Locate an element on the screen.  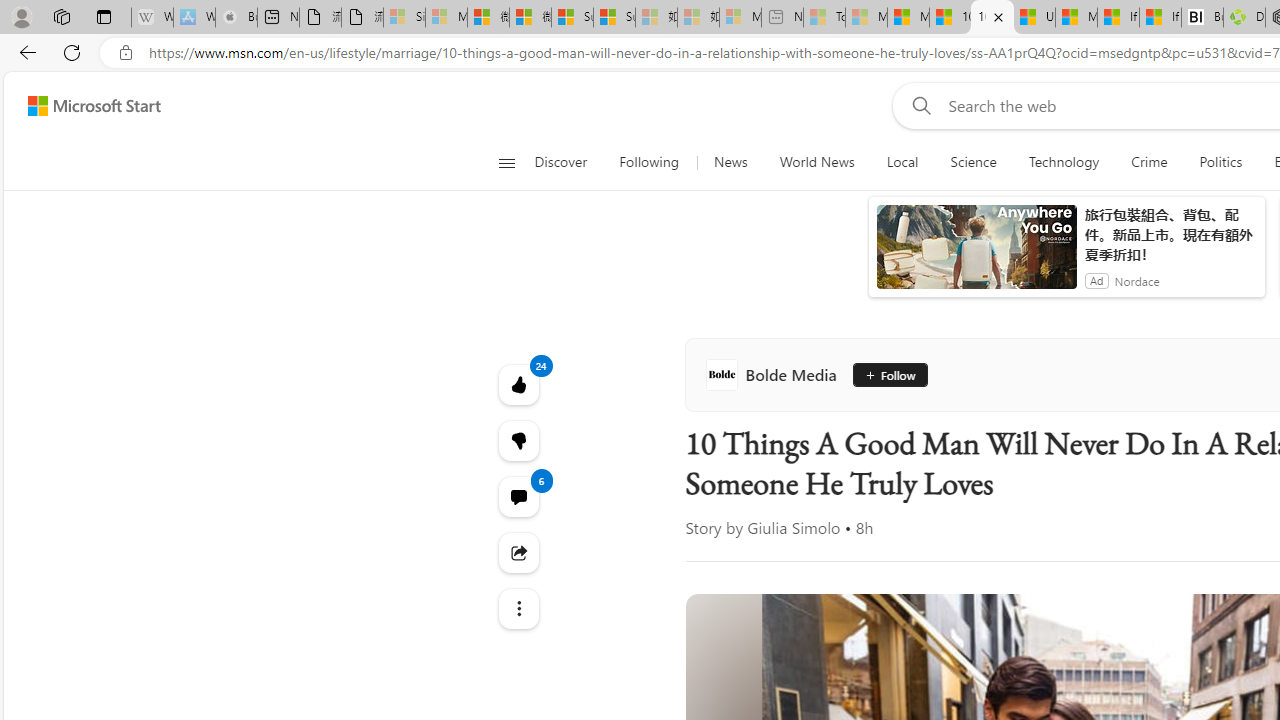
'Web search' is located at coordinates (916, 105).